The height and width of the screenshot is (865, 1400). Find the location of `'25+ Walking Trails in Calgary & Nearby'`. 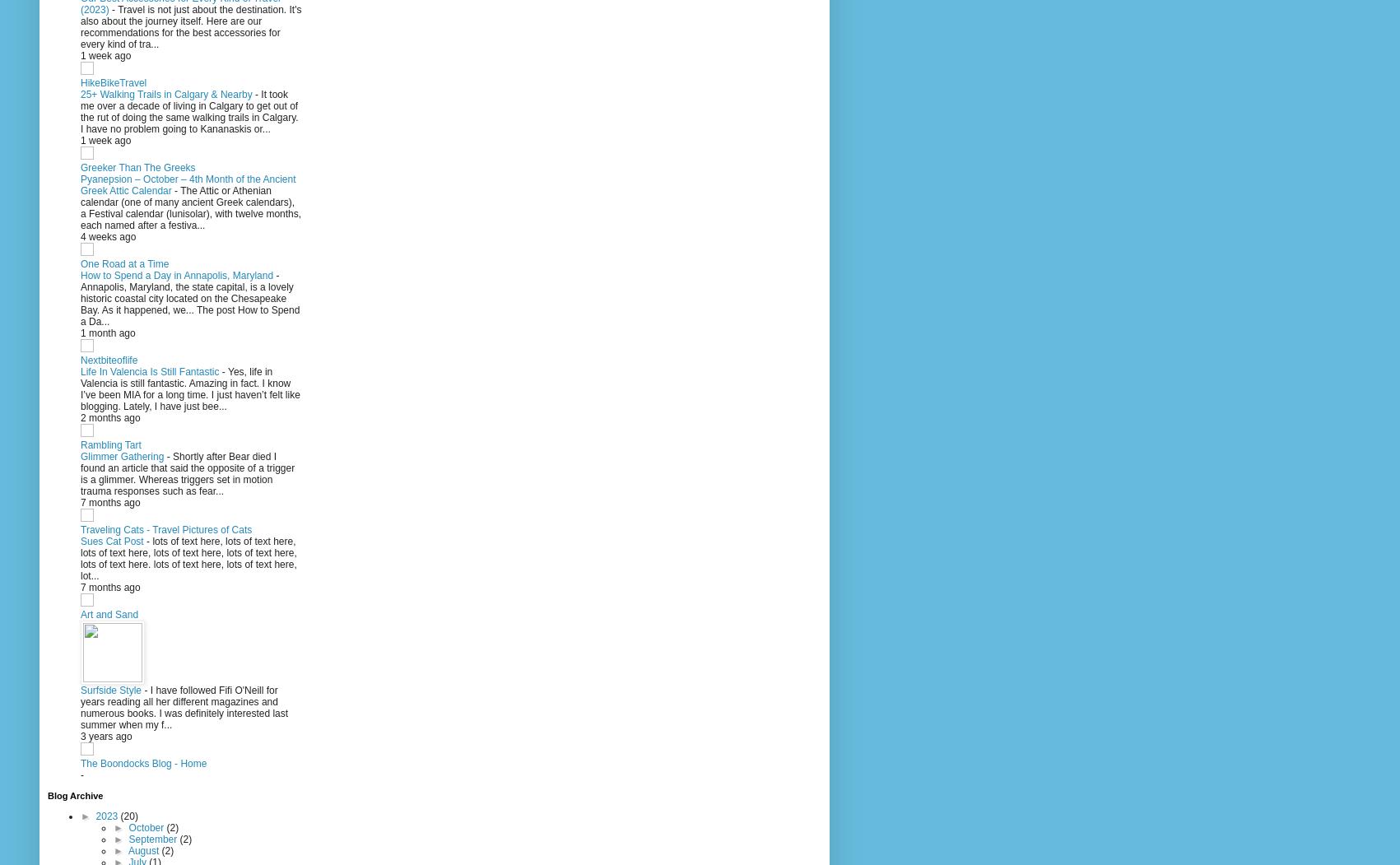

'25+ Walking Trails in Calgary & Nearby' is located at coordinates (166, 94).